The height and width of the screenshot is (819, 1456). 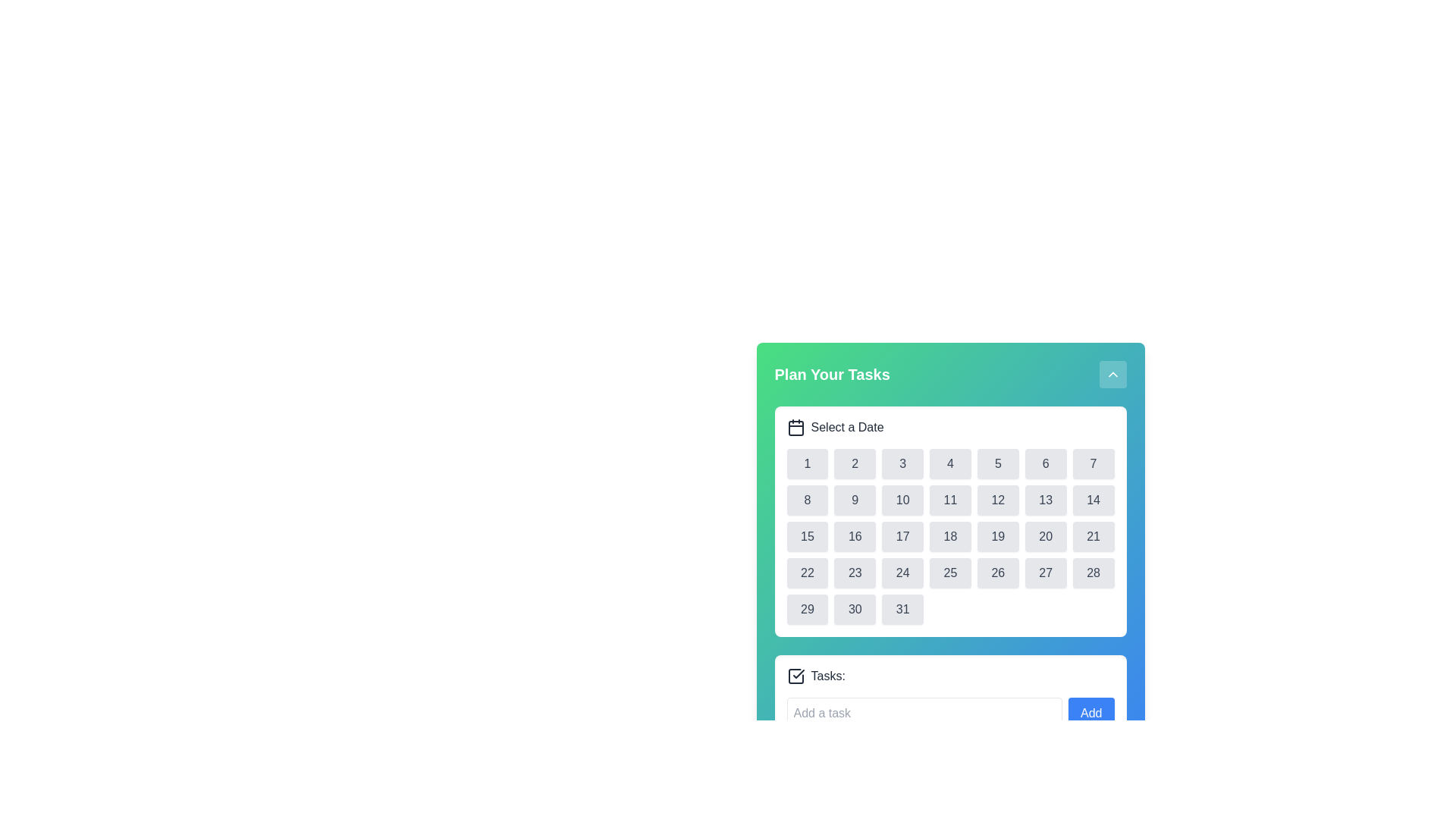 What do you see at coordinates (902, 536) in the screenshot?
I see `the 17th button in the date picker` at bounding box center [902, 536].